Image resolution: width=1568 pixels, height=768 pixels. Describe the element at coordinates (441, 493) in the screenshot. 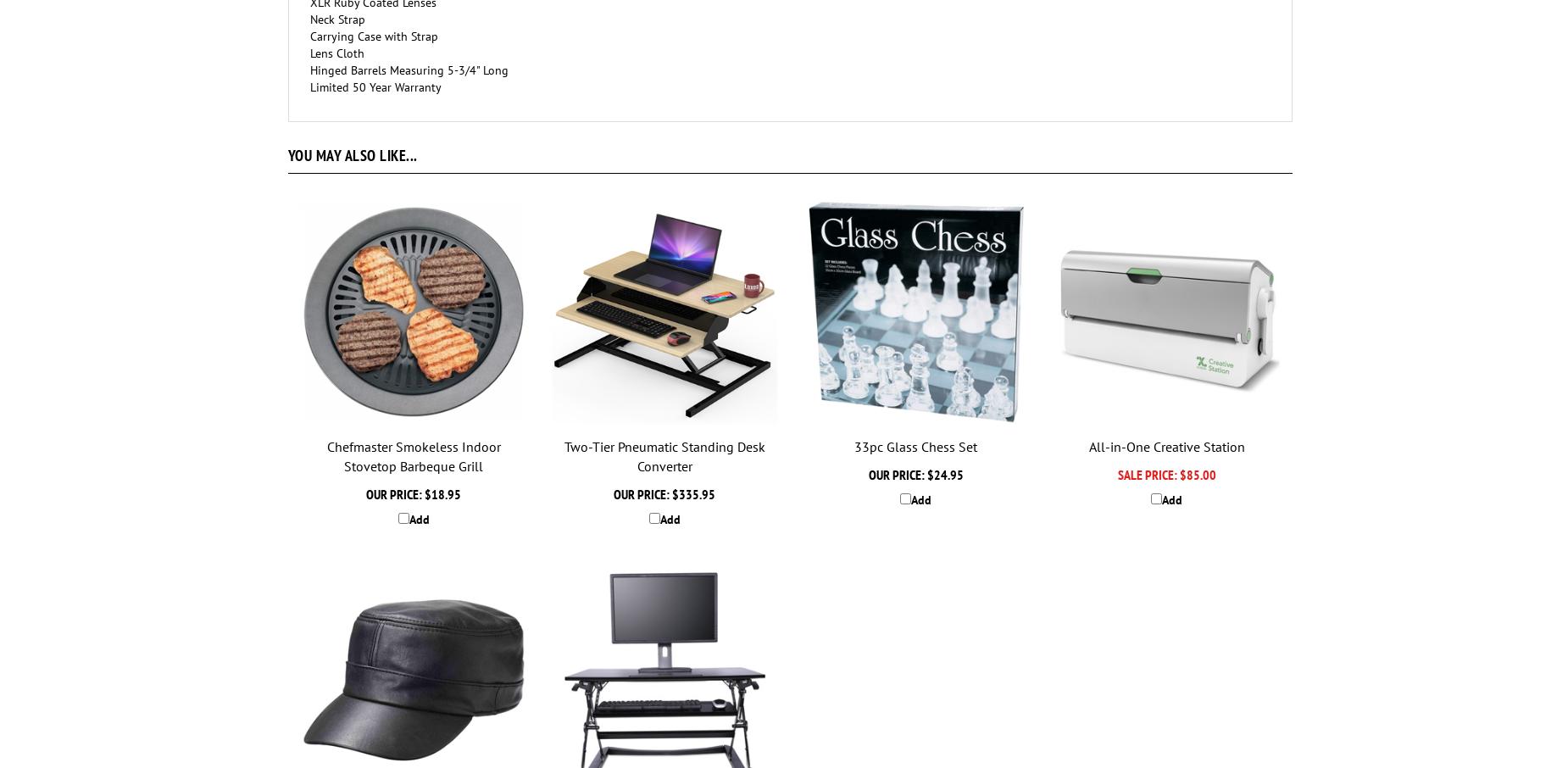

I see `'$18.95'` at that location.